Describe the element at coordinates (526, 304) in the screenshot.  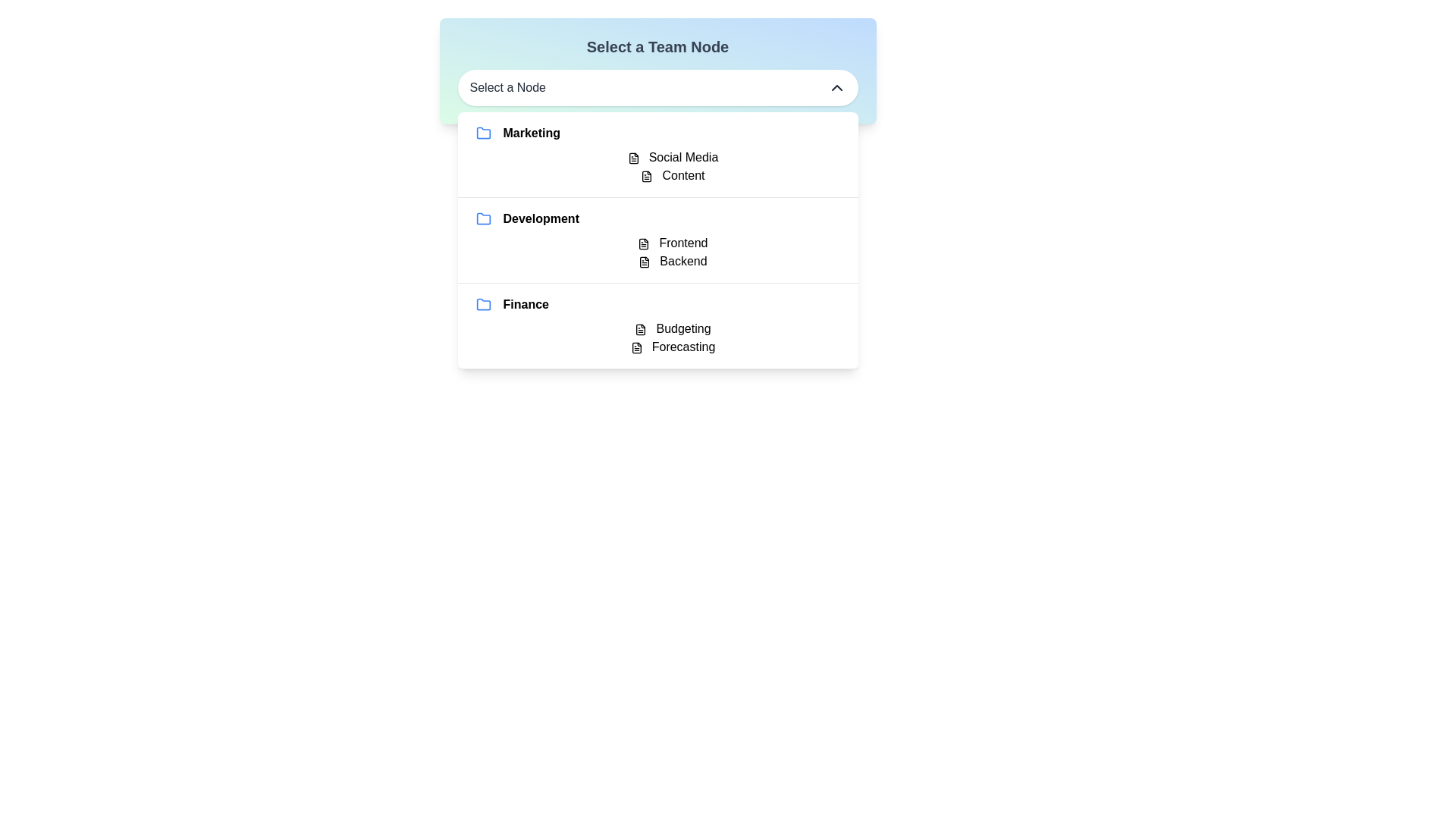
I see `the 'Finance' text label, which serves as a clickable reference for exploring details or subcategories under the category header, positioned as the third main category in the section listing team nodes` at that location.